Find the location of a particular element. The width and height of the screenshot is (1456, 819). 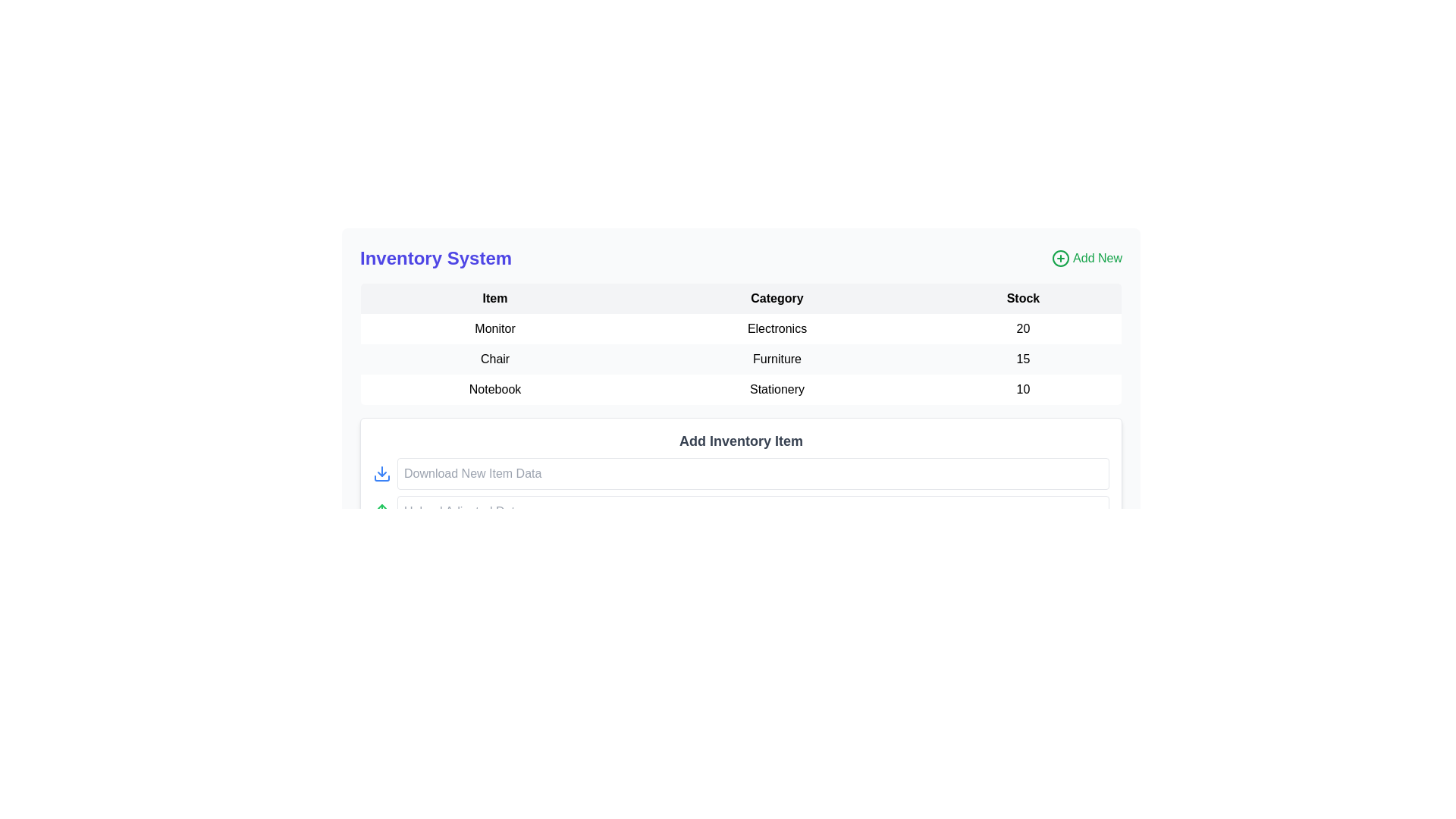

the circular visual component that serves as the background for the 'Add New' button icon located at the top right of the interface is located at coordinates (1060, 257).